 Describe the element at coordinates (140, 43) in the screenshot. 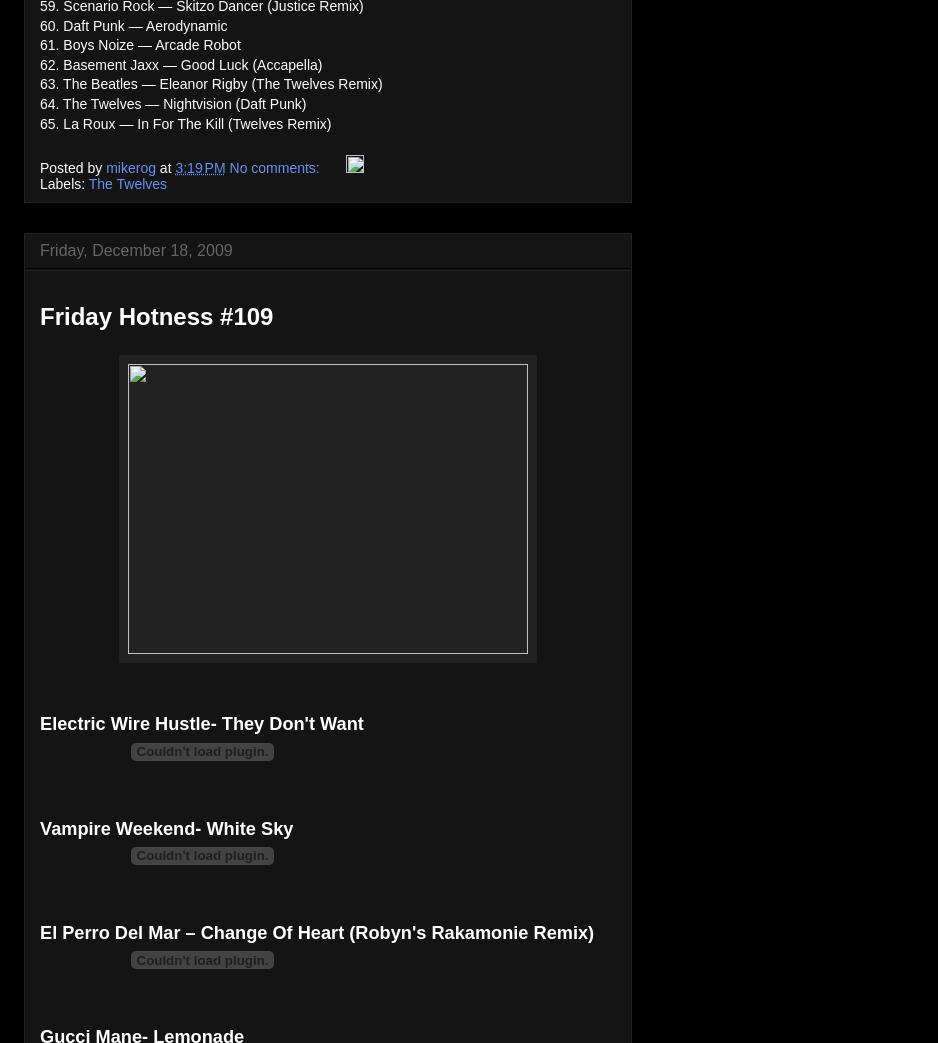

I see `'61. Boys Noize — Arcade Robot'` at that location.